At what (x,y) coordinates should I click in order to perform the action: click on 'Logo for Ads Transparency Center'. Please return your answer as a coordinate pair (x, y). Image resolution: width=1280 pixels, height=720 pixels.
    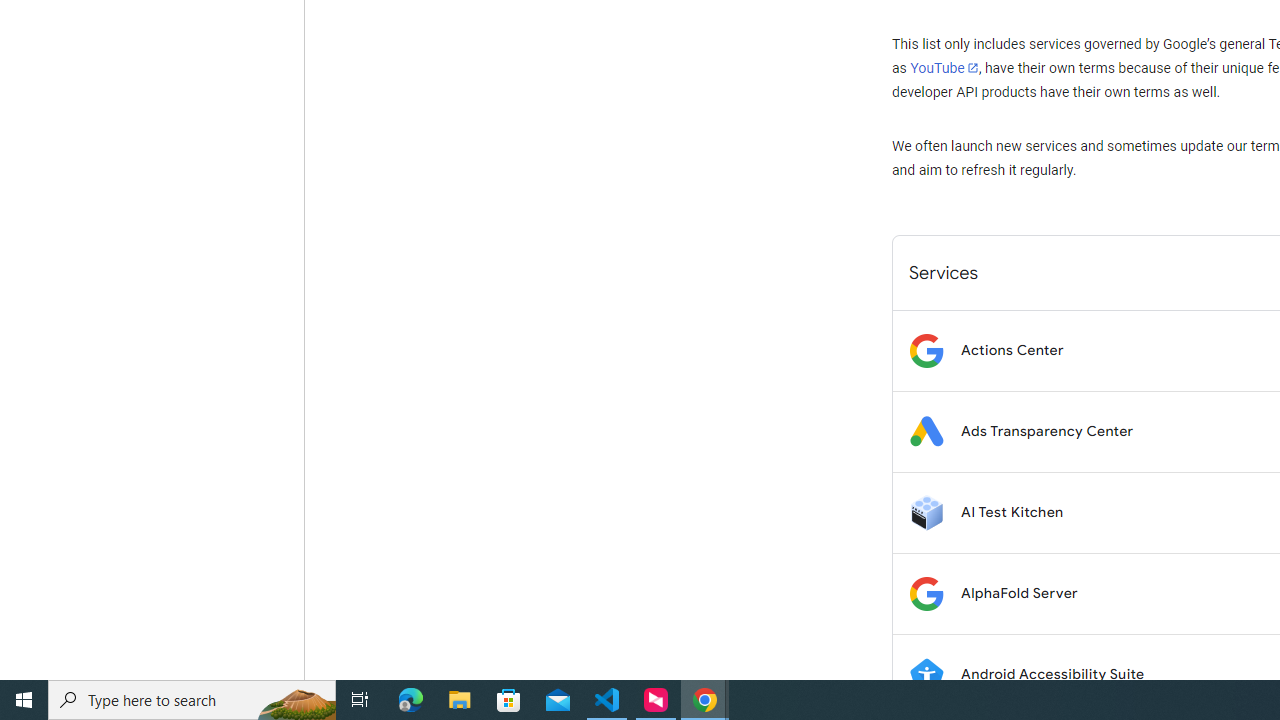
    Looking at the image, I should click on (925, 430).